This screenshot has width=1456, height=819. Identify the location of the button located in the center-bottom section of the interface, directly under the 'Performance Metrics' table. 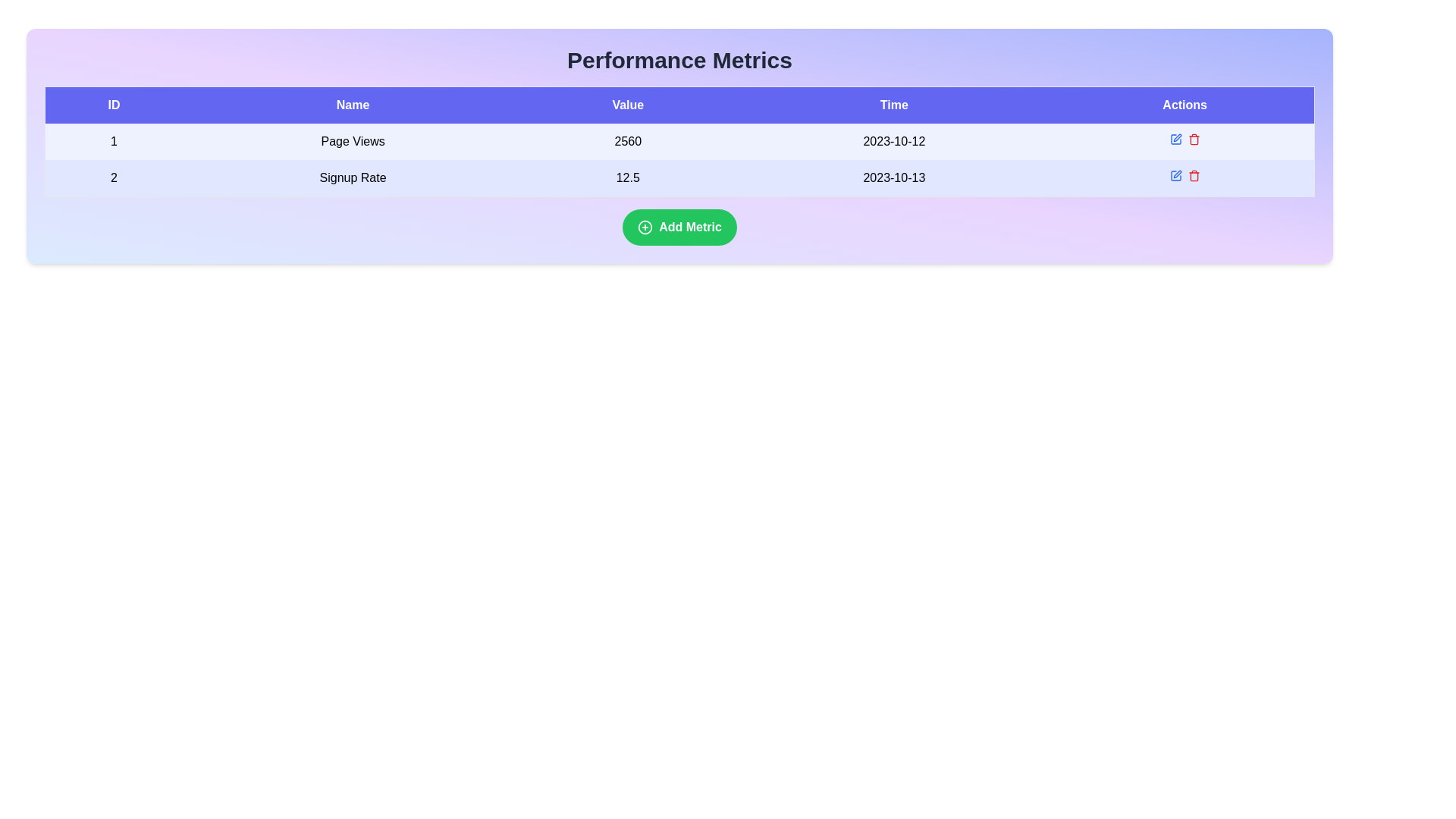
(679, 227).